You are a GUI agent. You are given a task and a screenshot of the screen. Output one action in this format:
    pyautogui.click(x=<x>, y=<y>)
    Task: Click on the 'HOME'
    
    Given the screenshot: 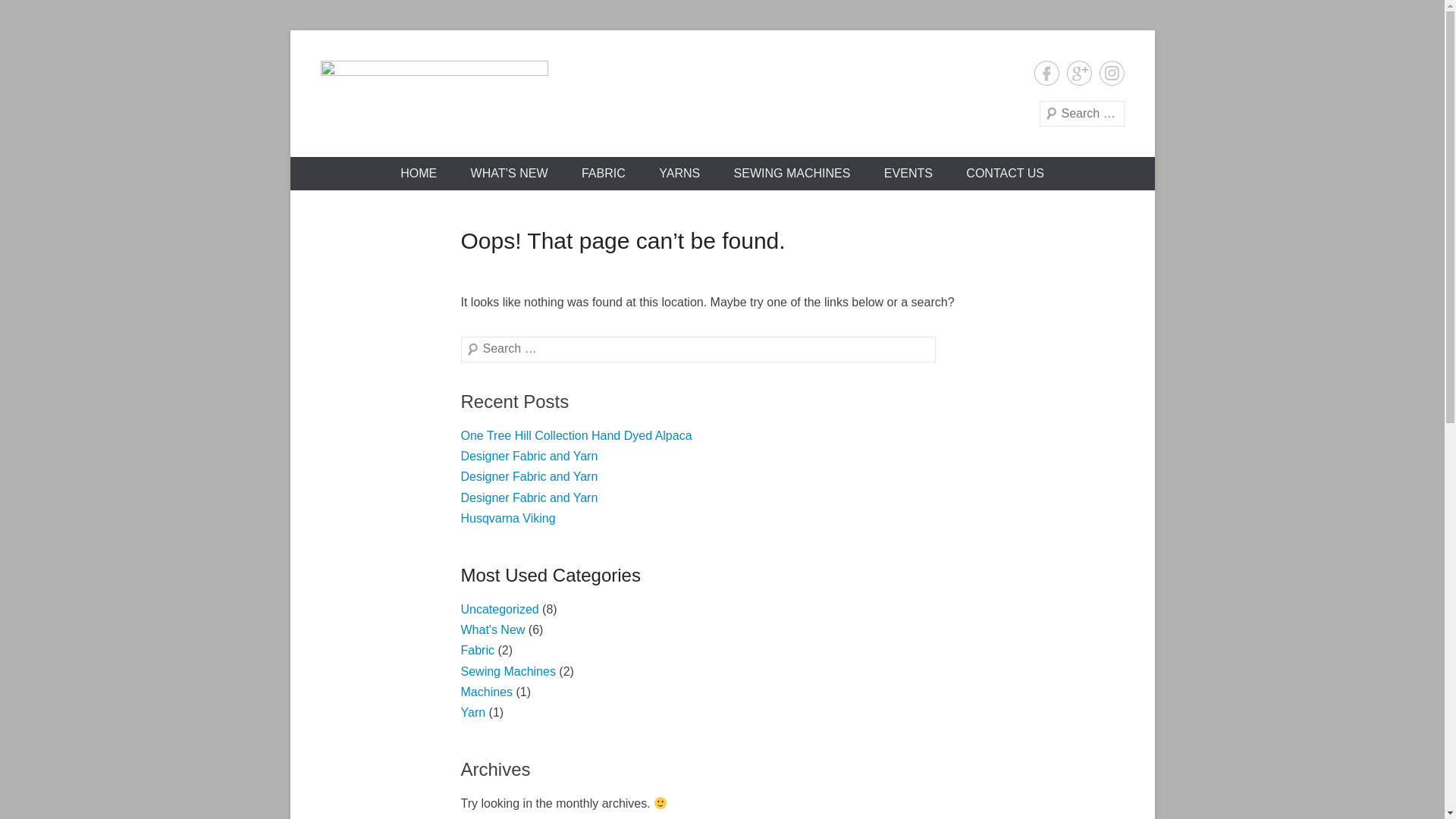 What is the action you would take?
    pyautogui.click(x=419, y=172)
    